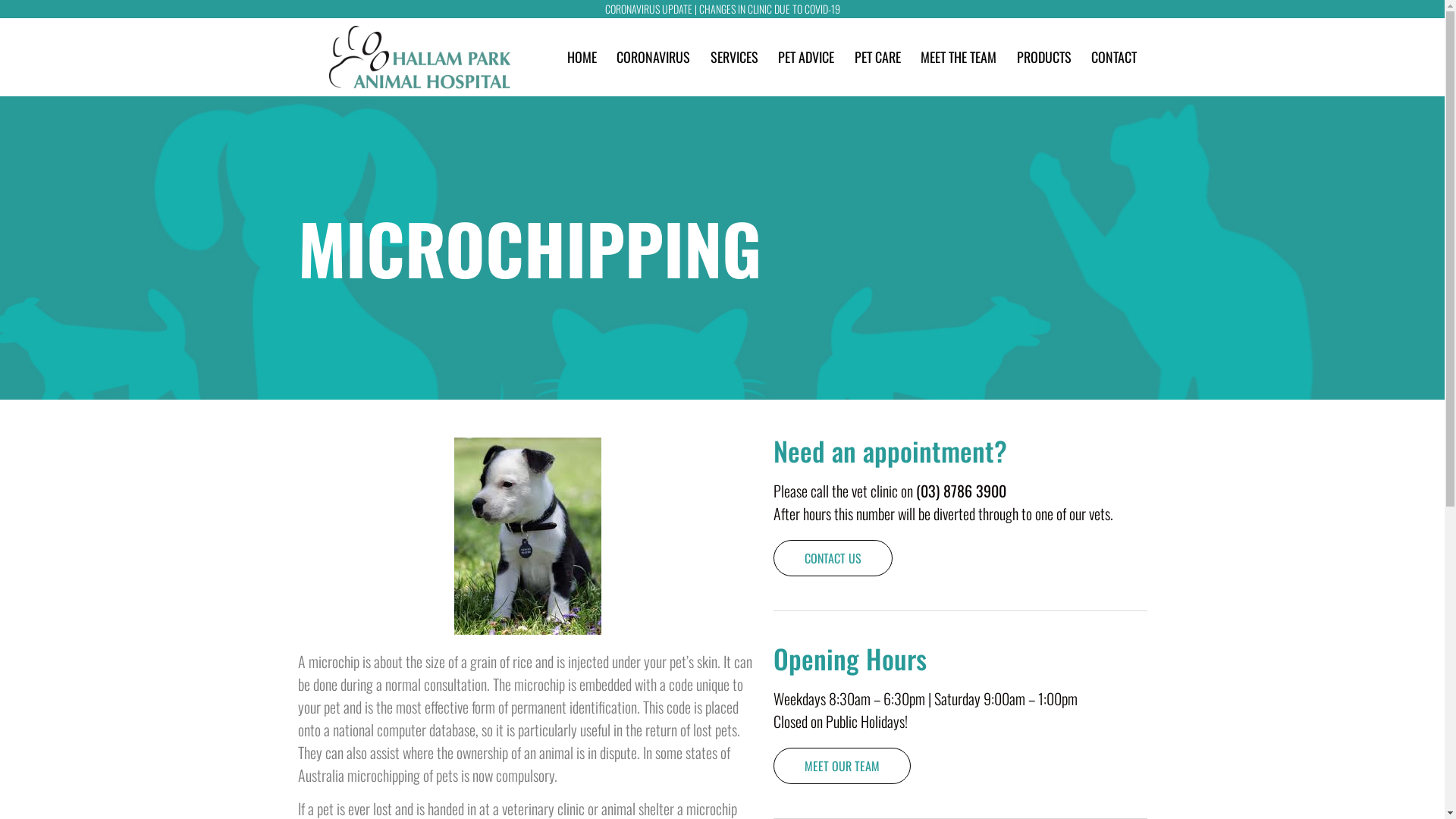  Describe the element at coordinates (581, 55) in the screenshot. I see `'HOME'` at that location.